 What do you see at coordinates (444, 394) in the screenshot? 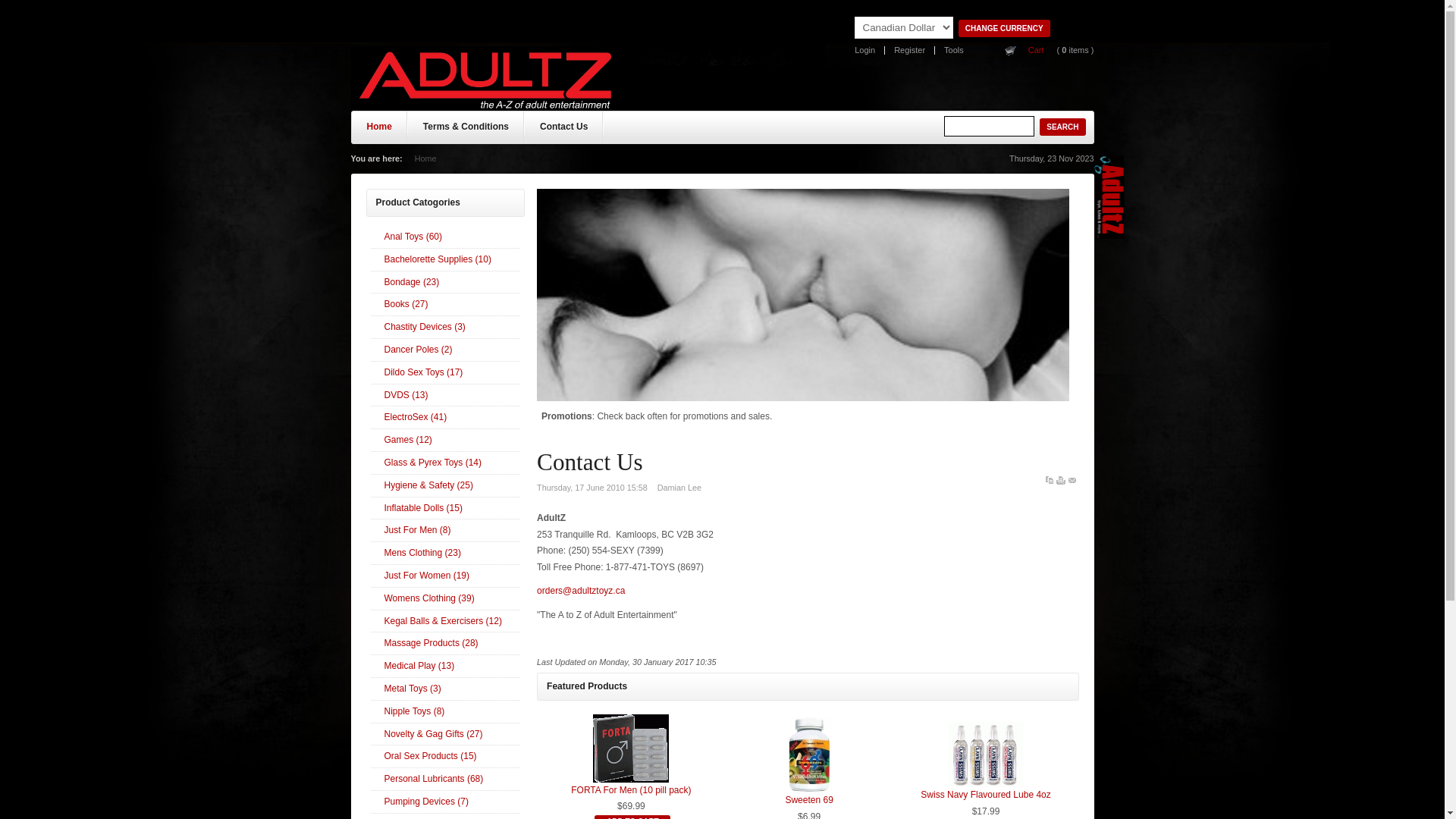
I see `'DVDS (13)'` at bounding box center [444, 394].